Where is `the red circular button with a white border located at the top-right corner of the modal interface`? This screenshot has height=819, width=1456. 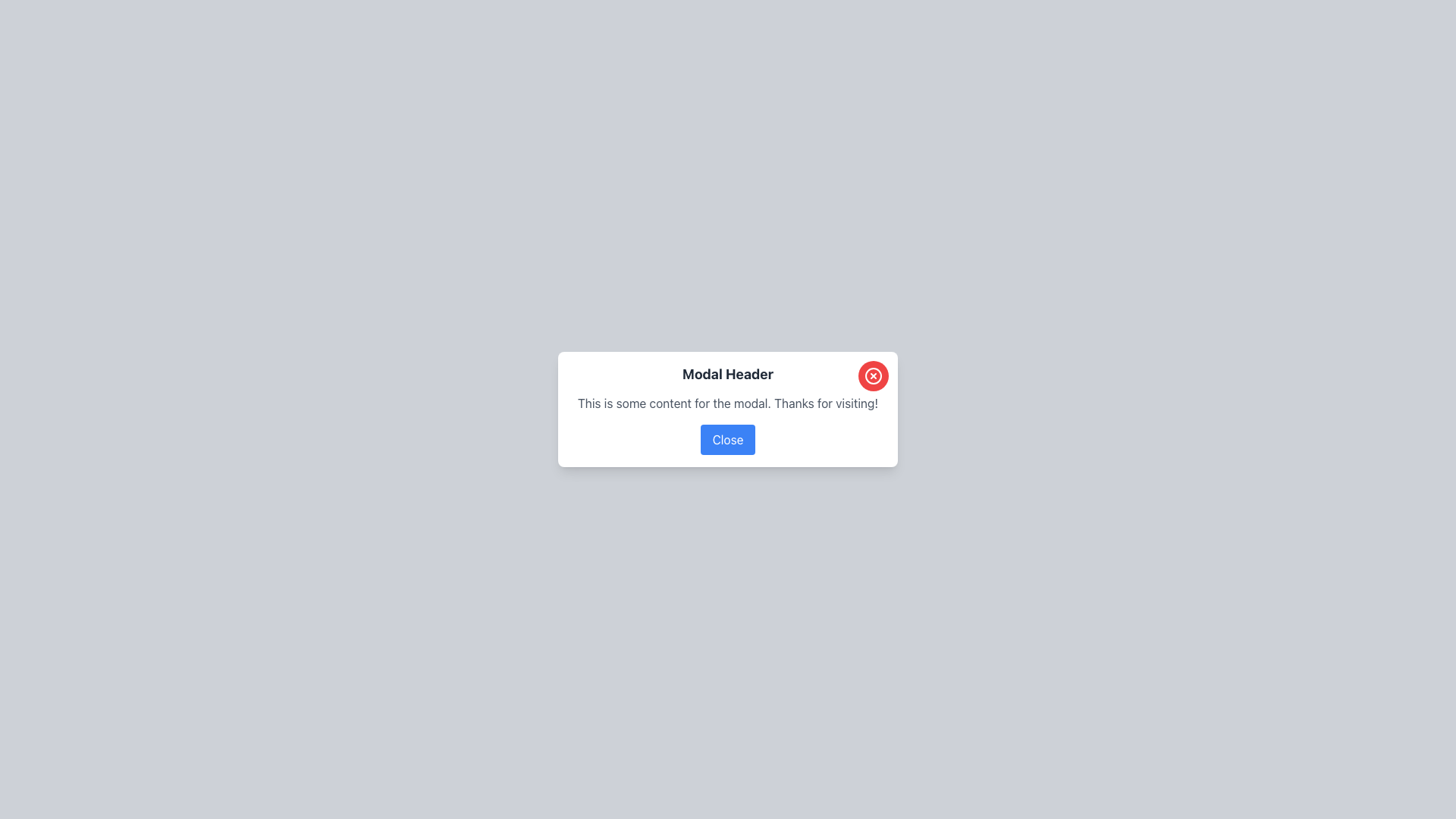 the red circular button with a white border located at the top-right corner of the modal interface is located at coordinates (874, 375).